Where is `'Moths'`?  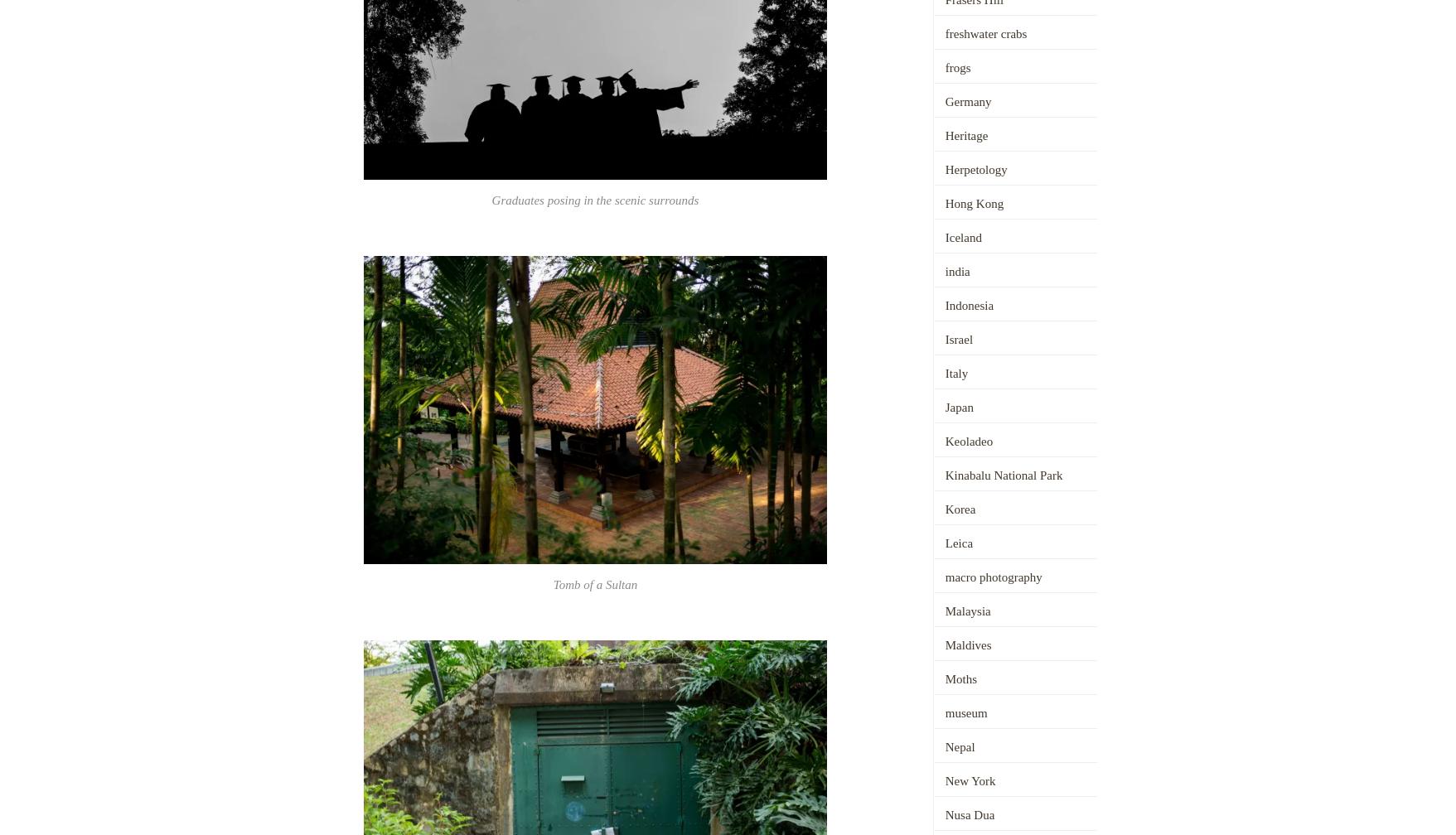
'Moths' is located at coordinates (960, 678).